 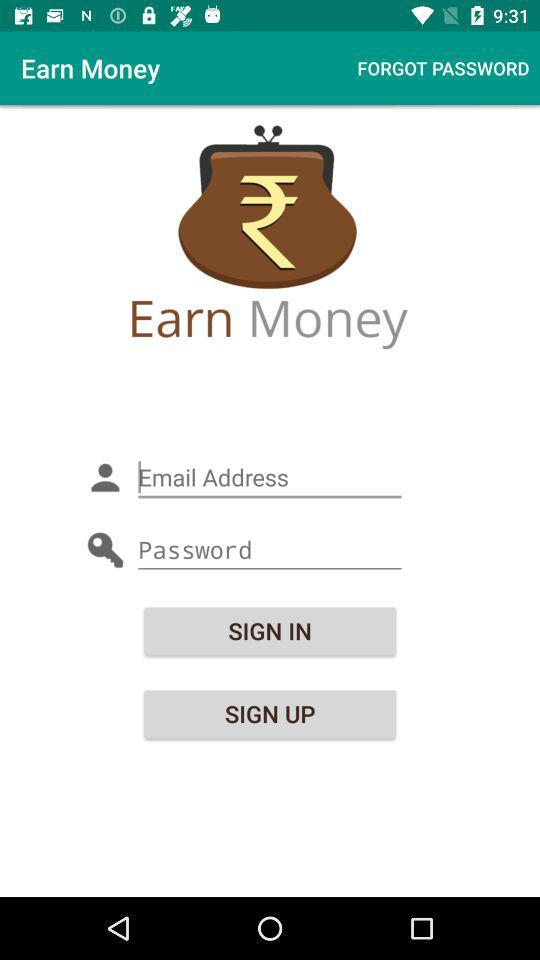 What do you see at coordinates (270, 477) in the screenshot?
I see `type in your email address` at bounding box center [270, 477].